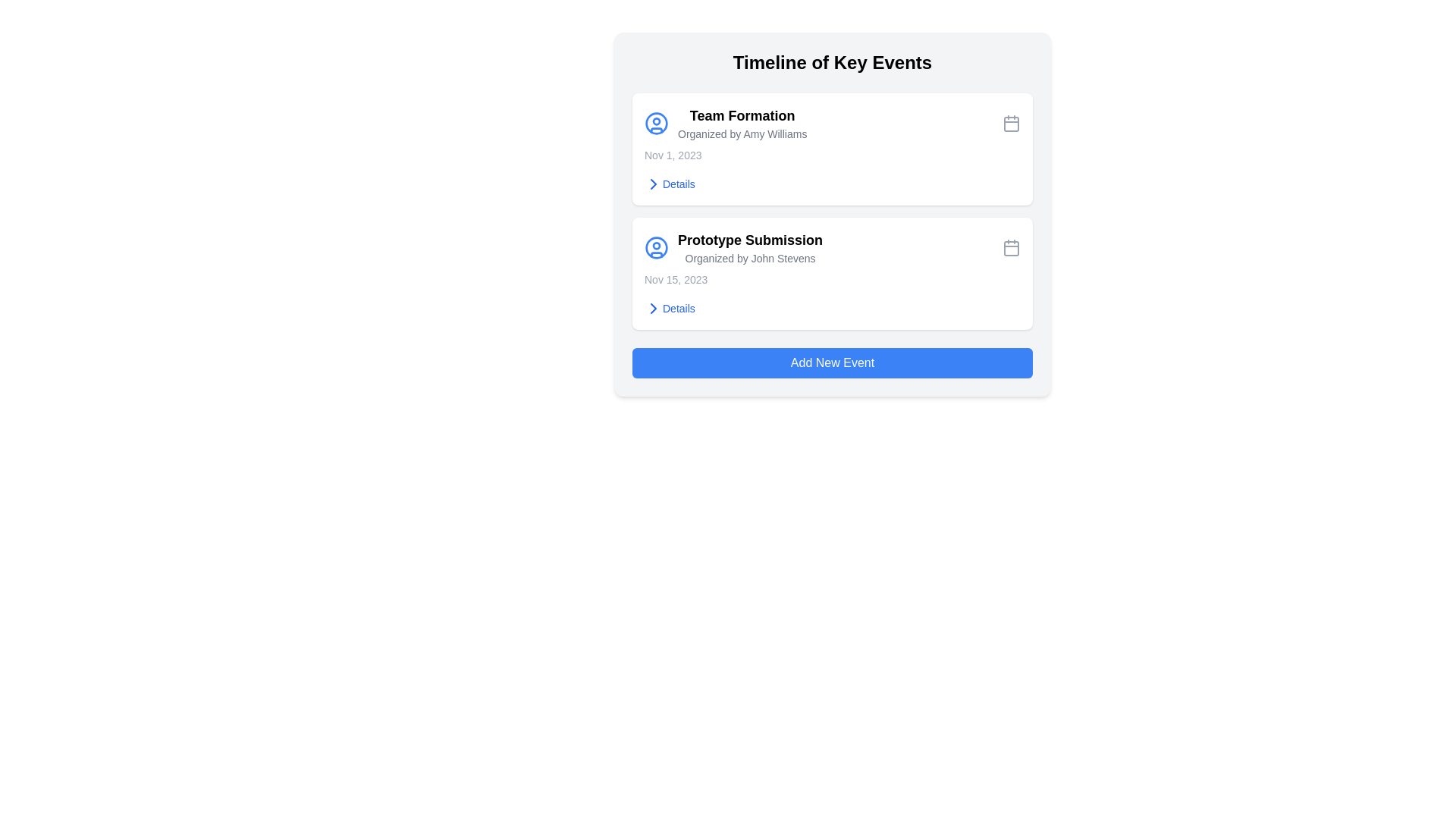 Image resolution: width=1456 pixels, height=819 pixels. Describe the element at coordinates (1012, 247) in the screenshot. I see `the date-related icon located on the far right of the 'Prototype Submission' item in the 'Timeline of Key Events' section, adjacent to 'Organized by John Stevens.'` at that location.